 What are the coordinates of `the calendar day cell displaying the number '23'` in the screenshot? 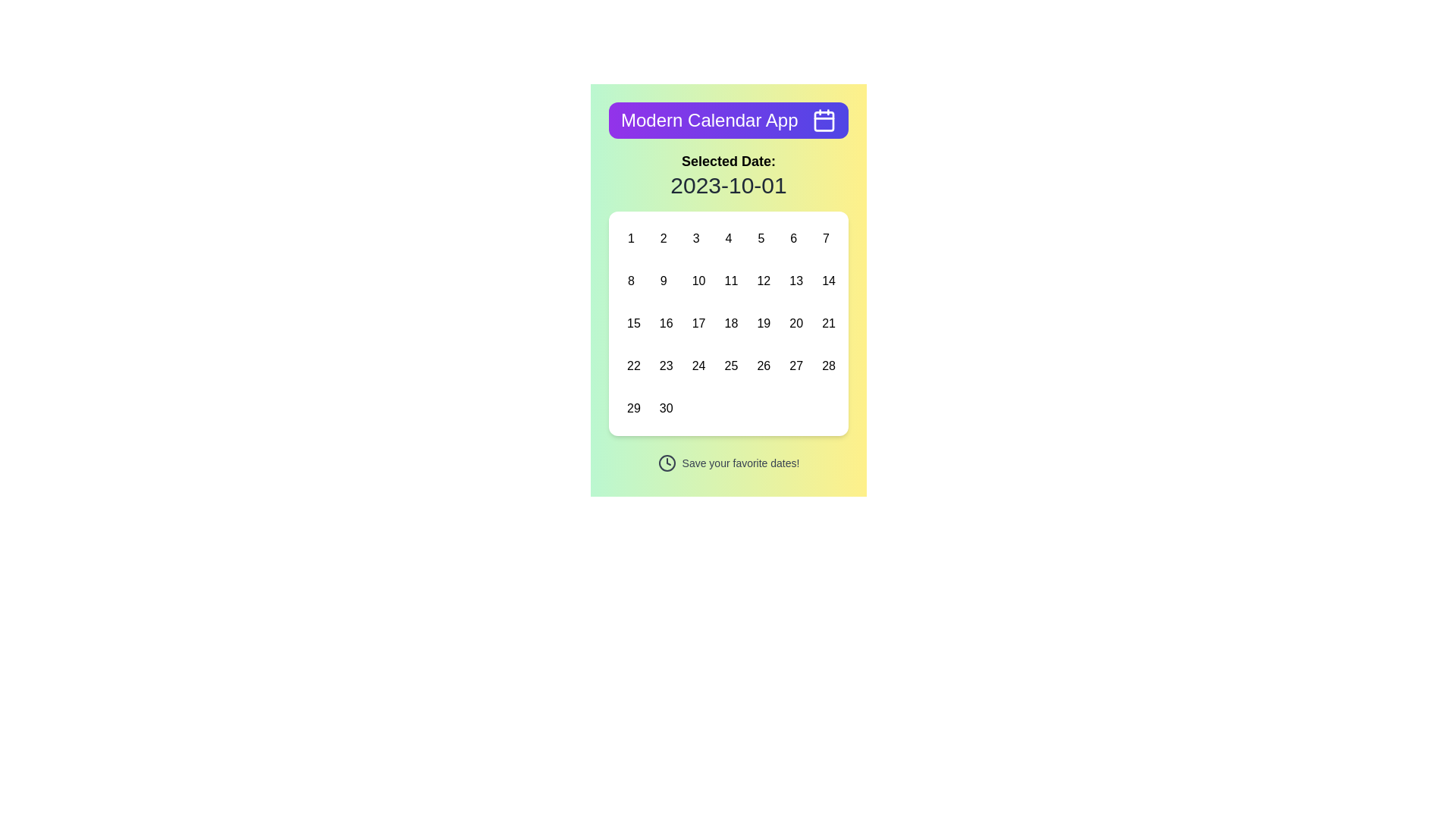 It's located at (664, 366).